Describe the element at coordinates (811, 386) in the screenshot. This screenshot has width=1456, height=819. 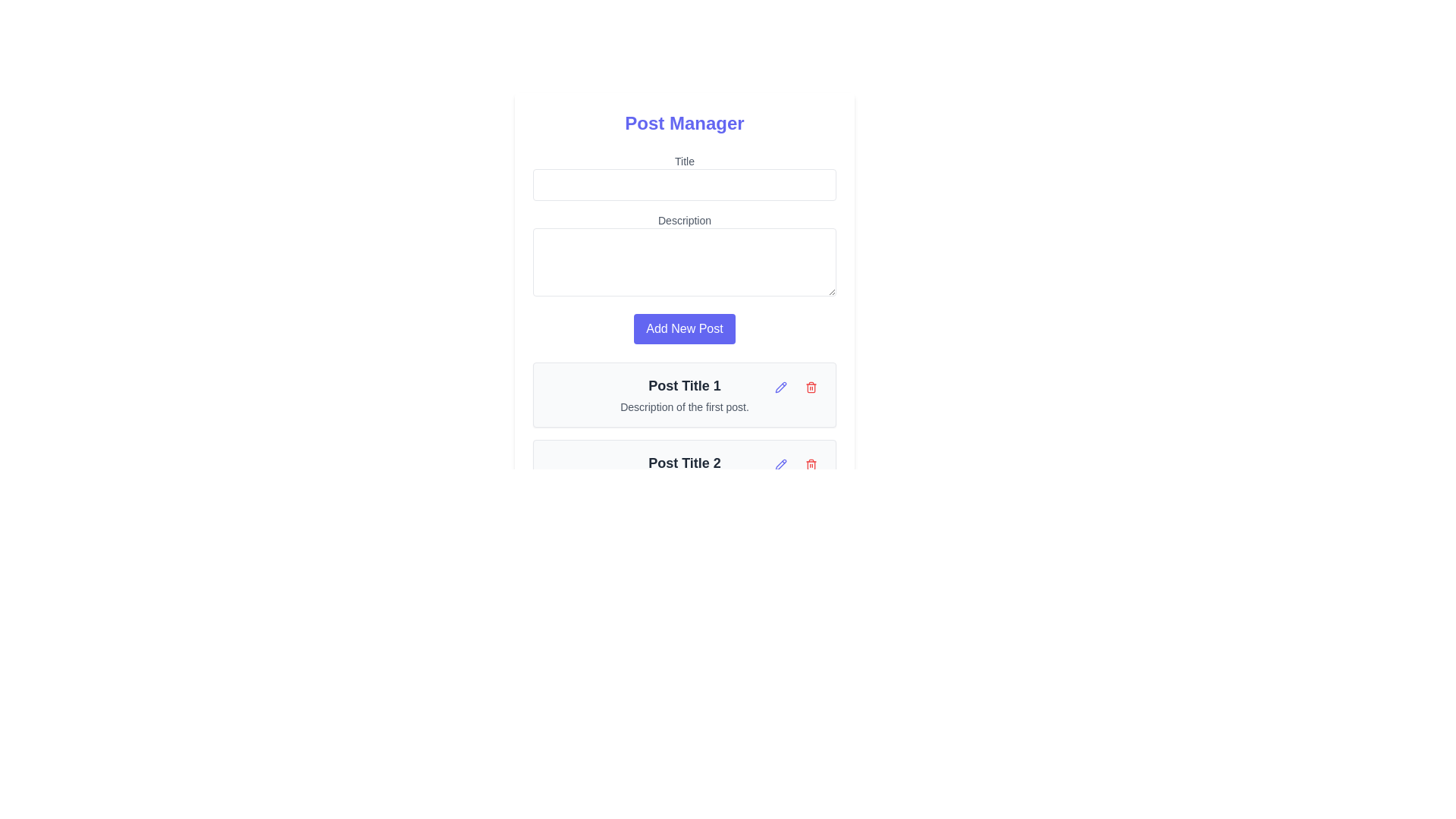
I see `the delete button represented by a trash icon, which is the second control icon aligned to the right of 'Post Title 1', following a pencil icon` at that location.